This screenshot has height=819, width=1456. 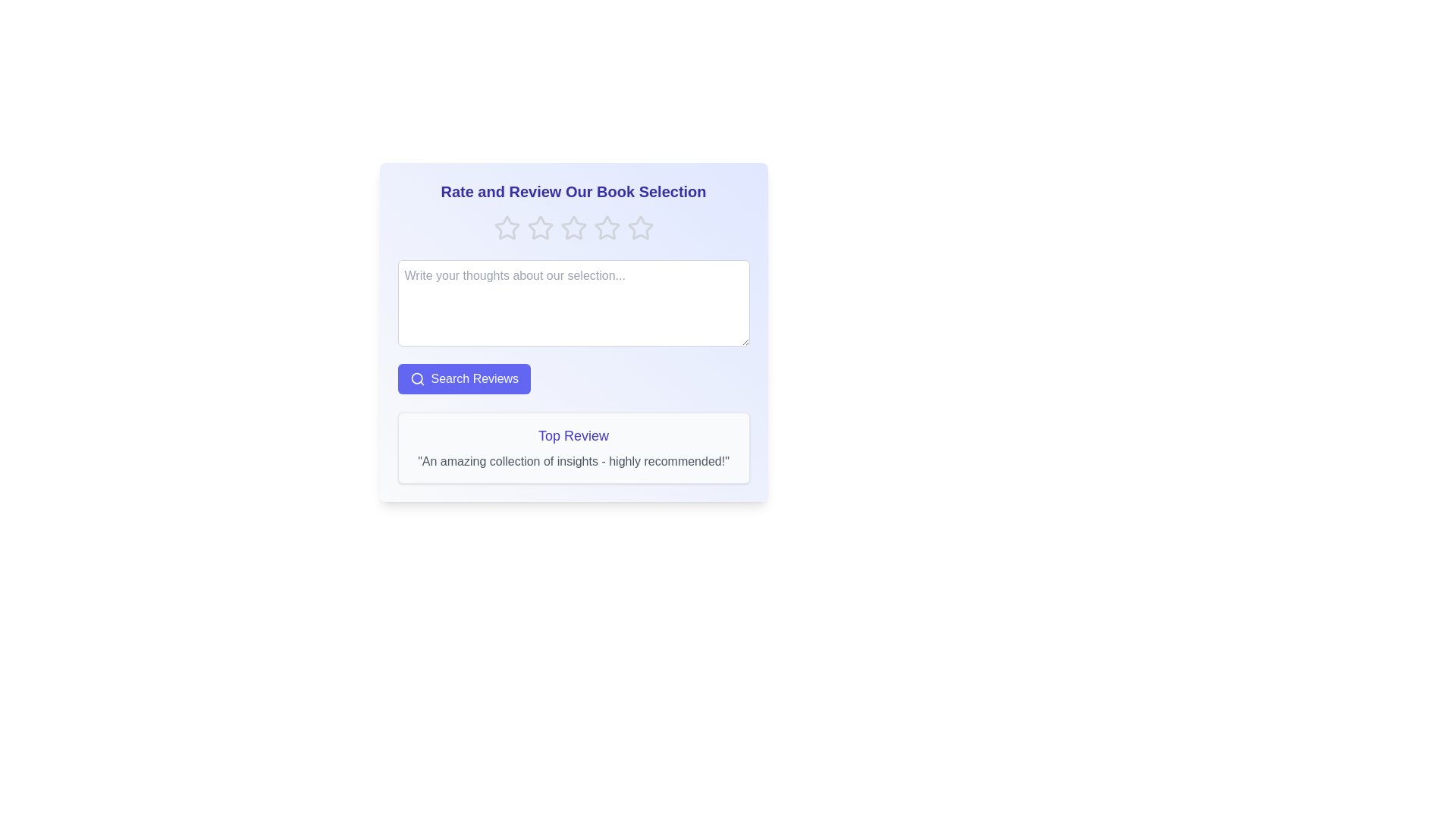 What do you see at coordinates (540, 227) in the screenshot?
I see `the rating to 2 stars by clicking the corresponding star` at bounding box center [540, 227].